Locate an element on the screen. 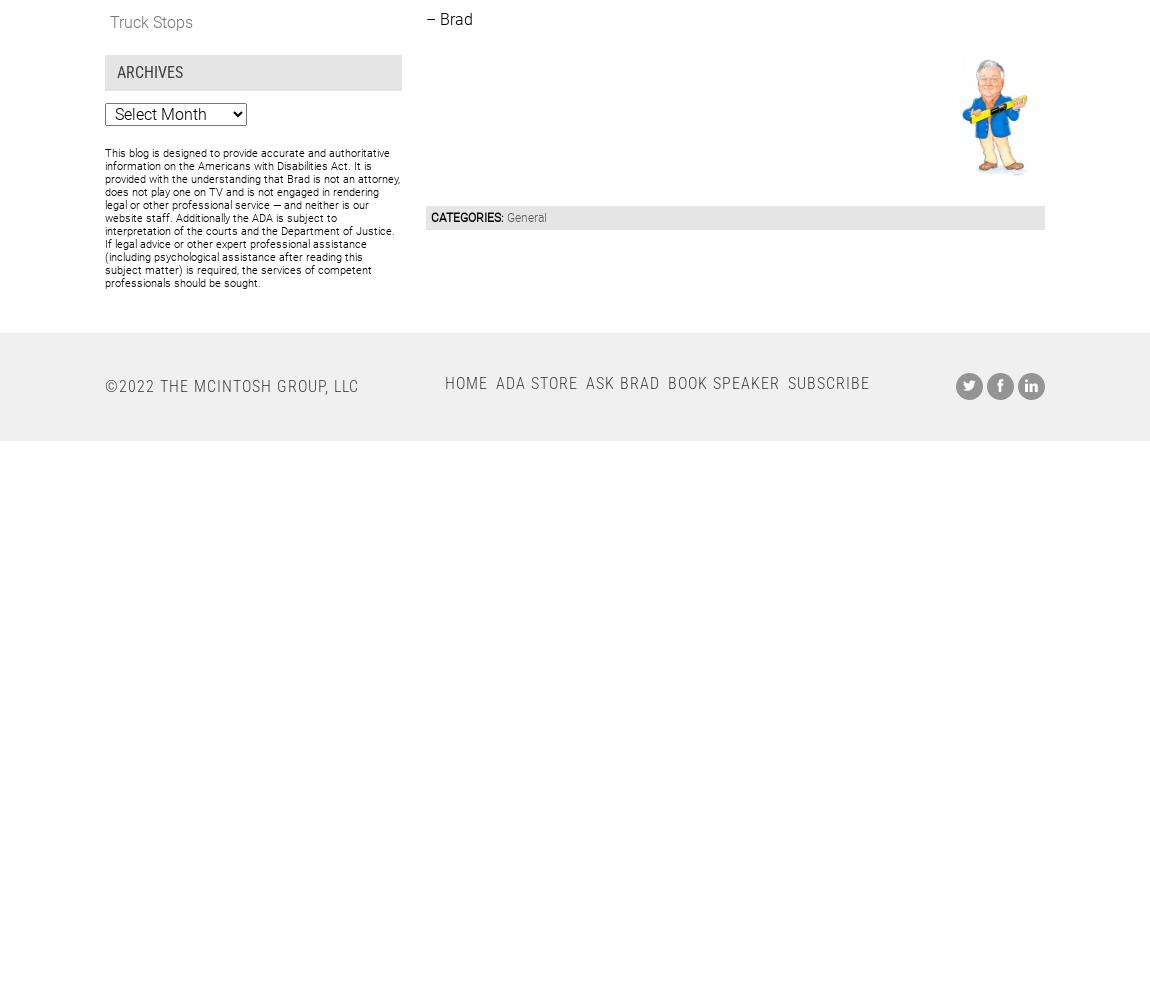  'Truck Stops' is located at coordinates (150, 21).